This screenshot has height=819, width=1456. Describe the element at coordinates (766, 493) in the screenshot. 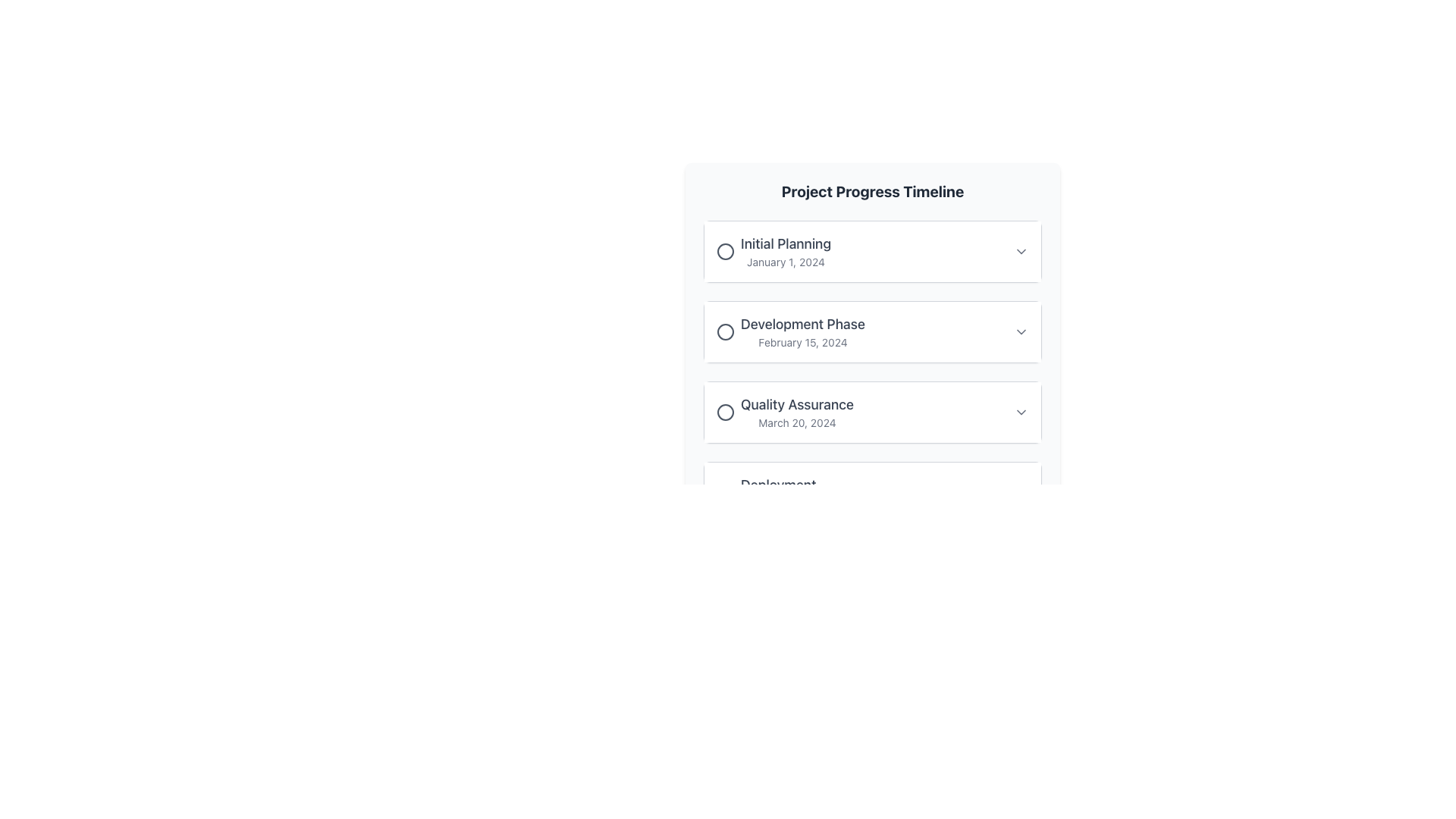

I see `the Text Display Group that shows the title 'Deployment' and the date 'April 1, 2024', positioned at the bottom of the timeline elements` at that location.